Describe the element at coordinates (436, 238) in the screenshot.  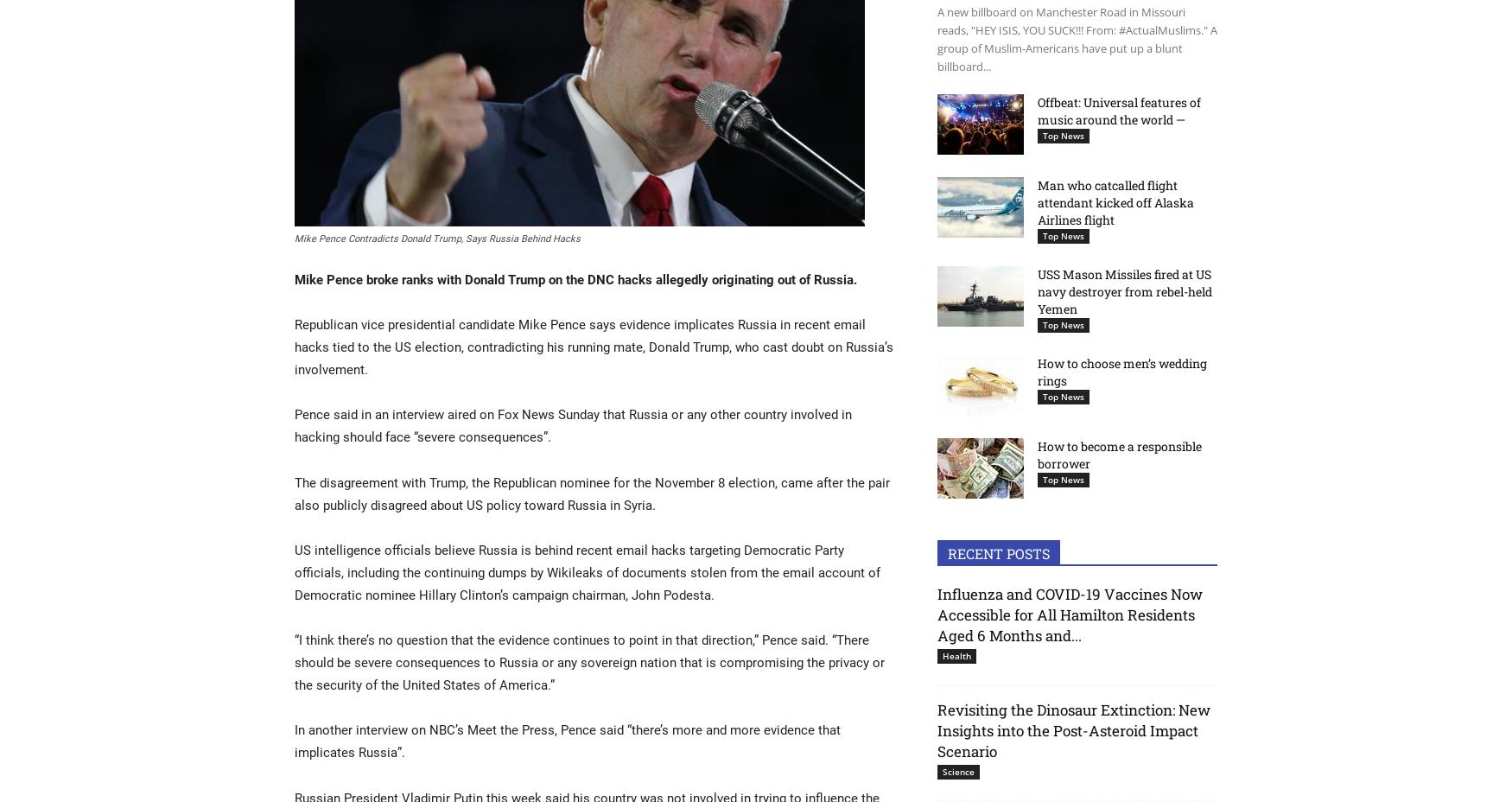
I see `'Mike Pence Contradicts Donald Trump, Says Russia Behind Hacks'` at that location.